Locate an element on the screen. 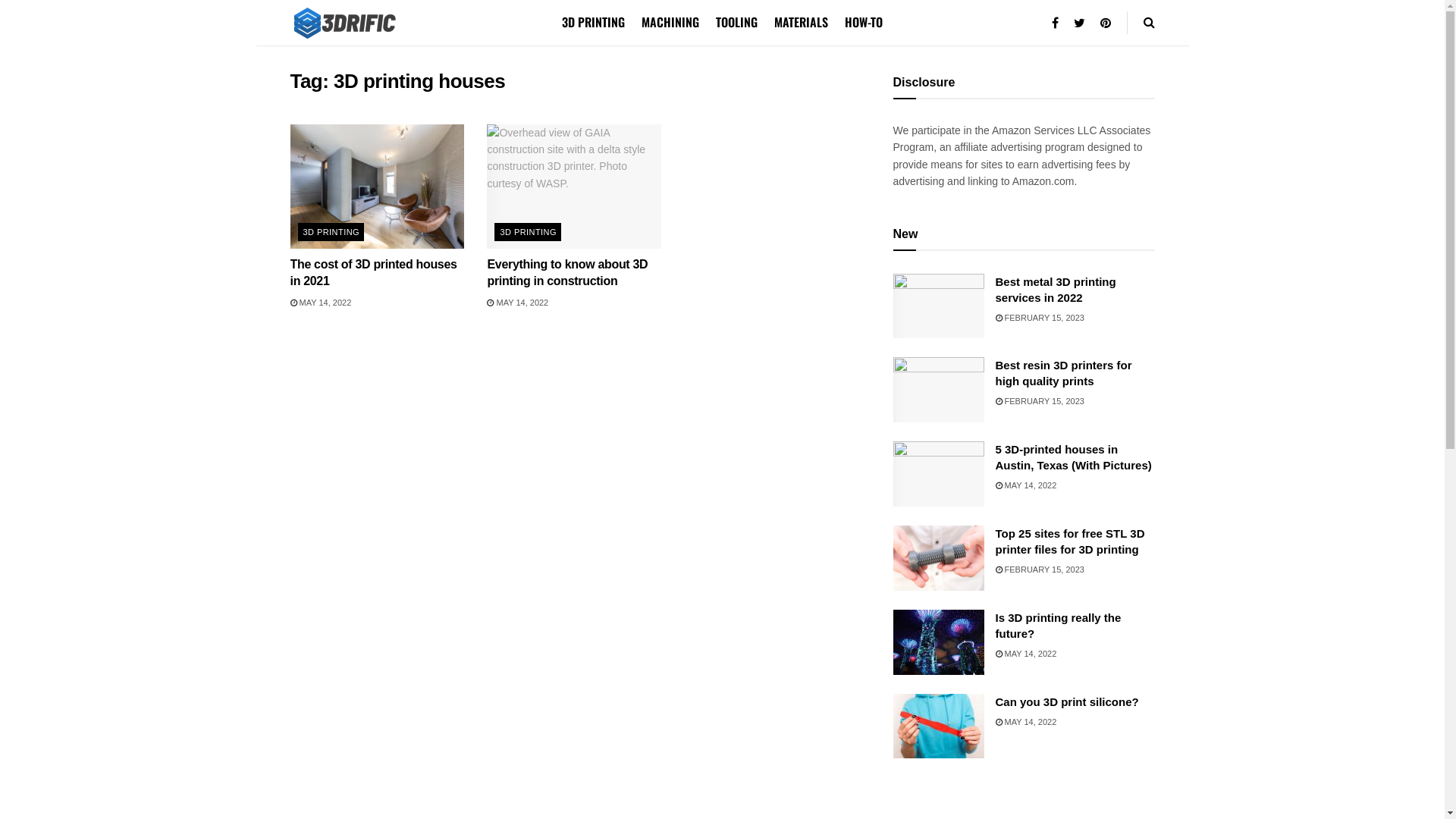 Image resolution: width=1456 pixels, height=819 pixels. '3D PRINTING' is located at coordinates (528, 231).